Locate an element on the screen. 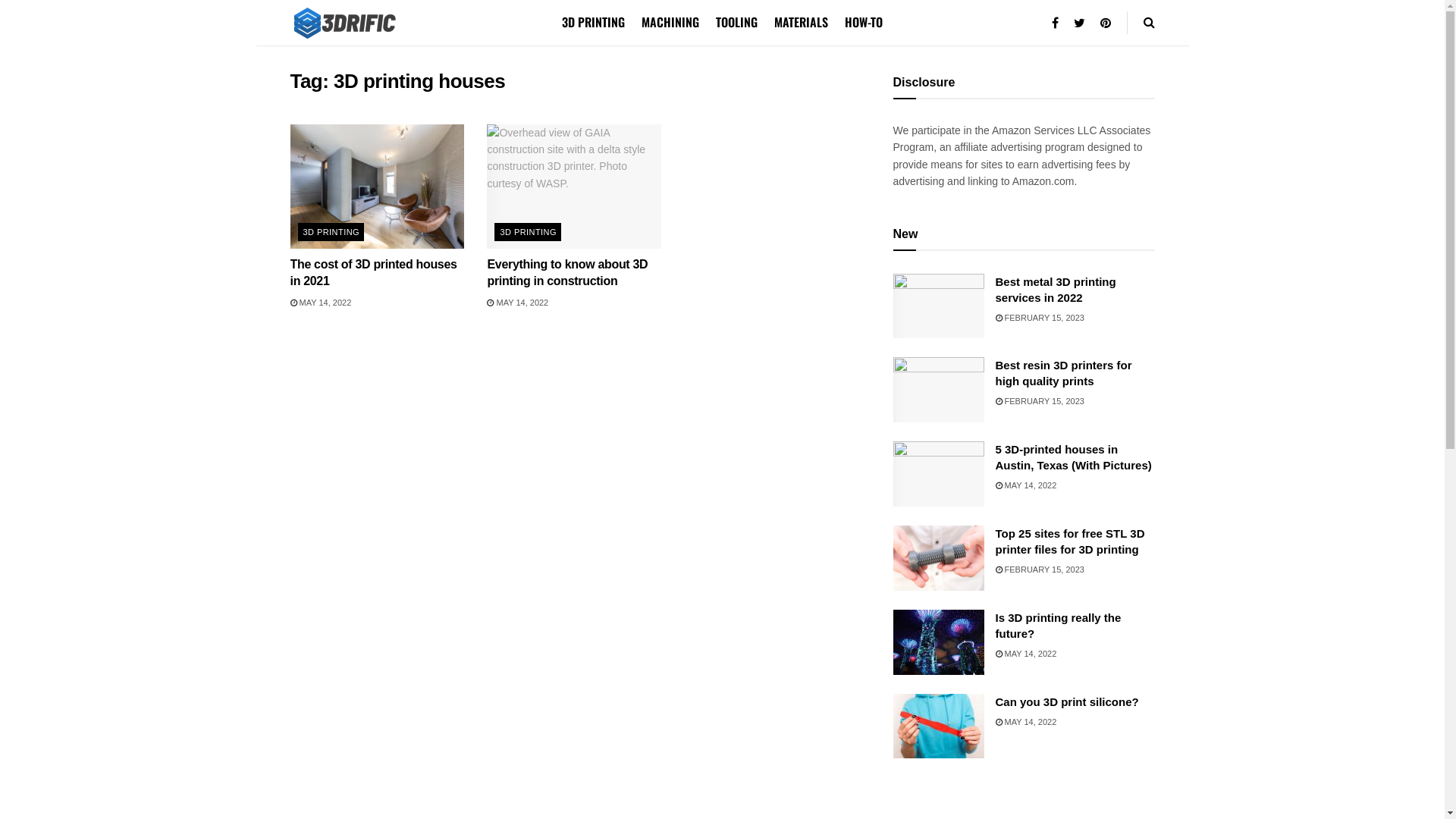 Image resolution: width=1456 pixels, height=819 pixels. '3D PRINTING' is located at coordinates (528, 231).